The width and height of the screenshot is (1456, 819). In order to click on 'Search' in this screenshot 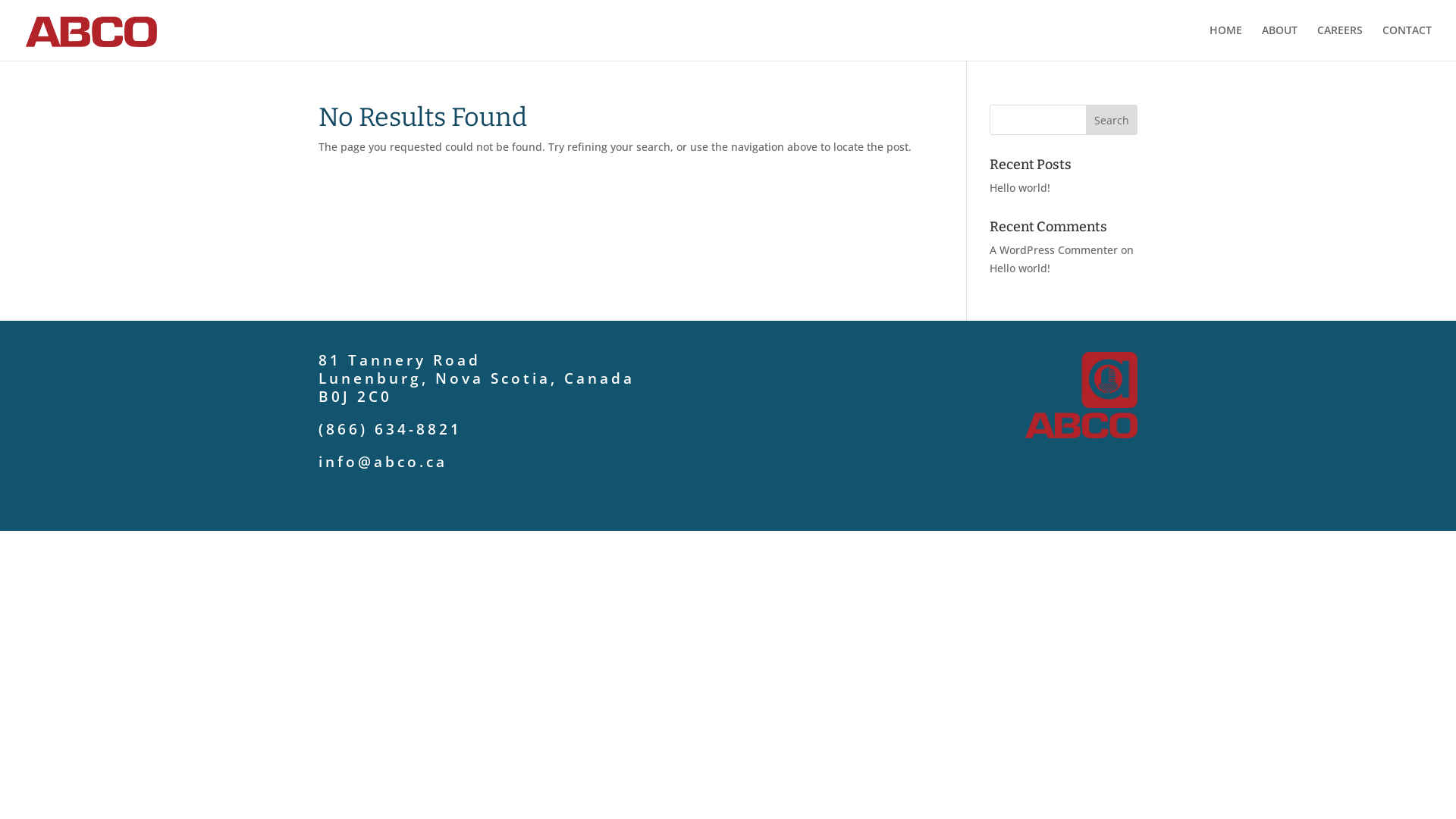, I will do `click(1084, 119)`.